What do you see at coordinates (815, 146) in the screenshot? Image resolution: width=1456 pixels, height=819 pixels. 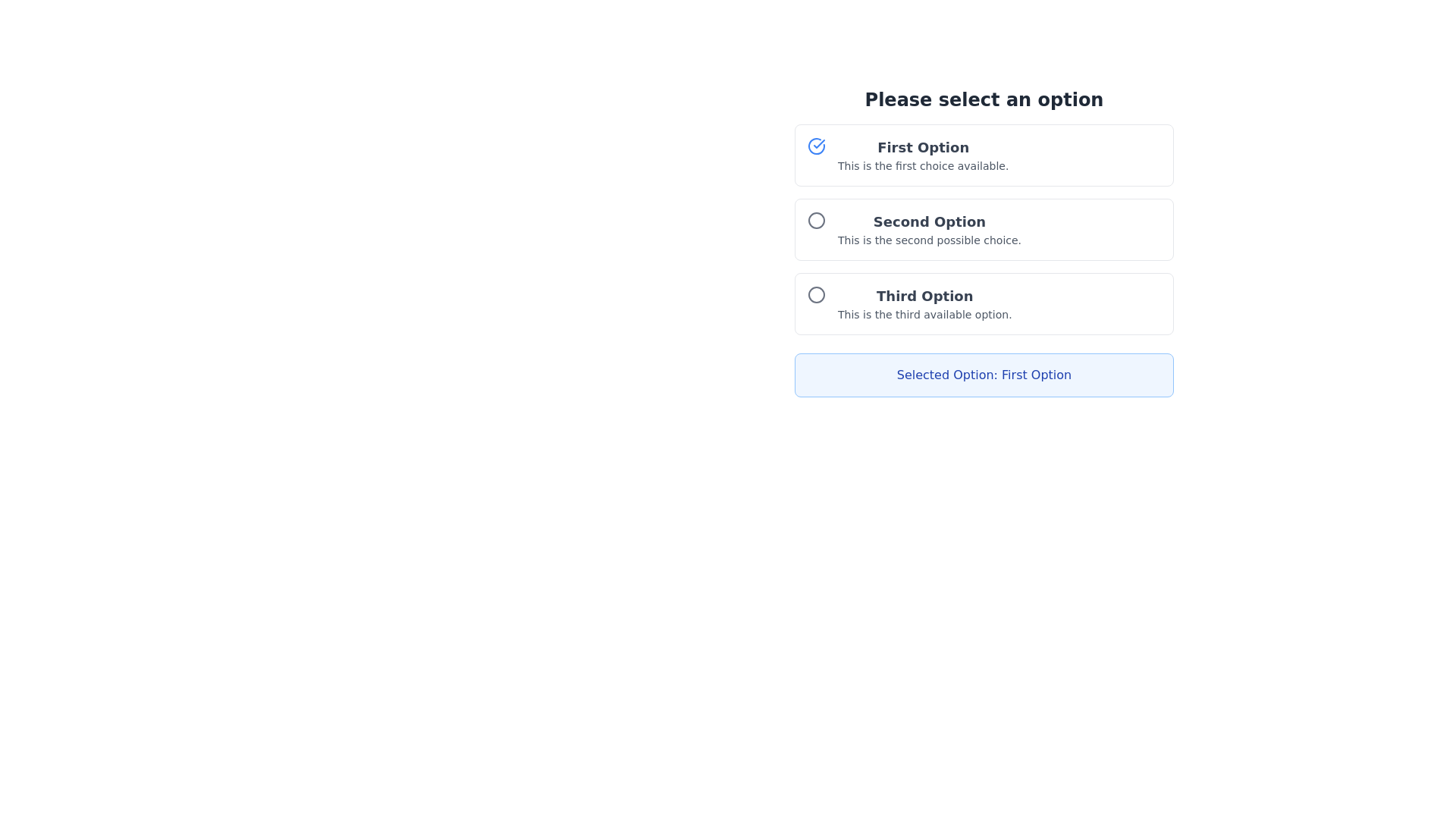 I see `the selection indicator icon located to the left of the 'First Option' label in the vertically stacked selectable list` at bounding box center [815, 146].